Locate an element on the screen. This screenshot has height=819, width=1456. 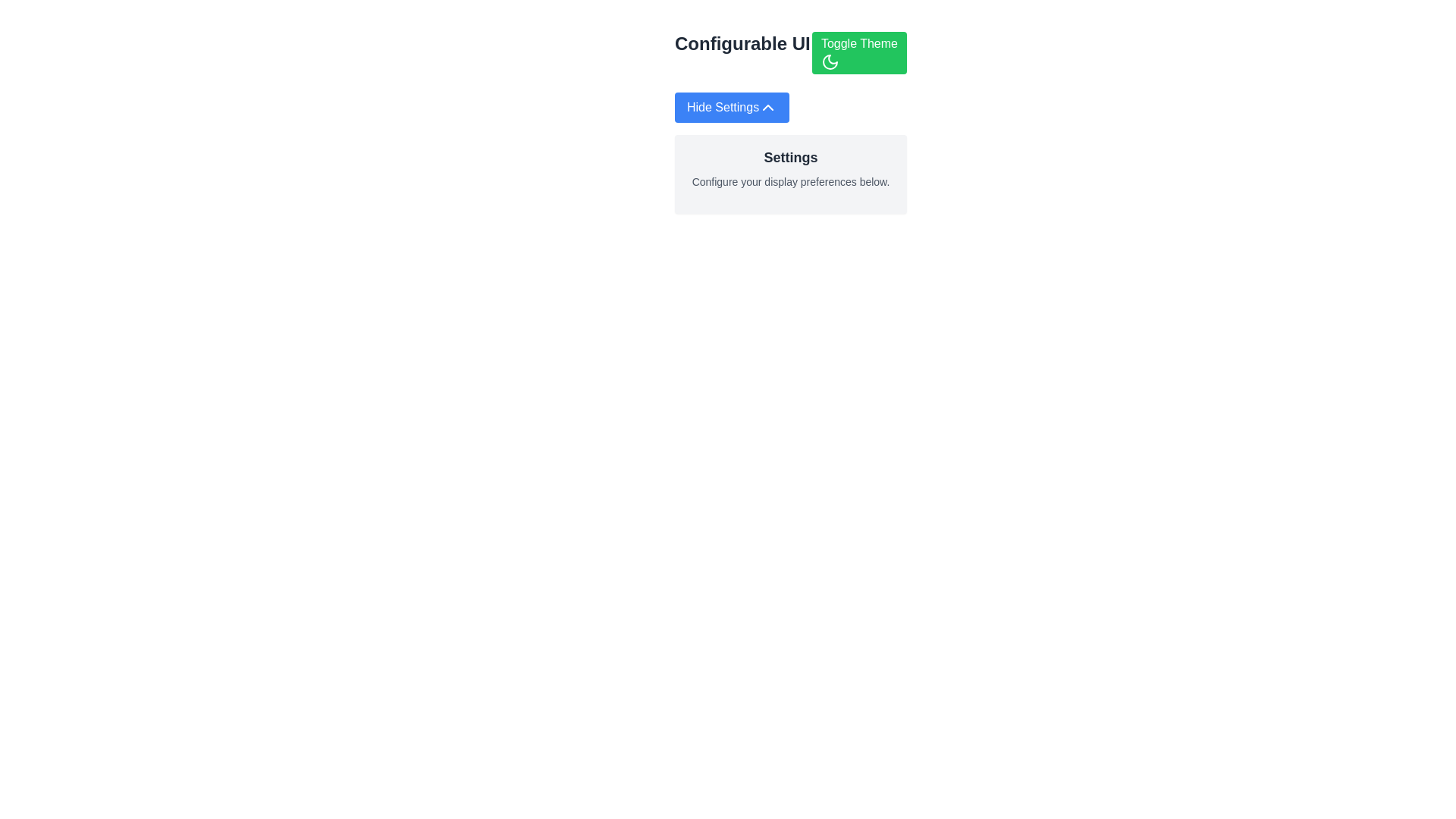
the Informational panel located below the 'Hide Settings' blue button, which provides configuration display preferences is located at coordinates (789, 164).